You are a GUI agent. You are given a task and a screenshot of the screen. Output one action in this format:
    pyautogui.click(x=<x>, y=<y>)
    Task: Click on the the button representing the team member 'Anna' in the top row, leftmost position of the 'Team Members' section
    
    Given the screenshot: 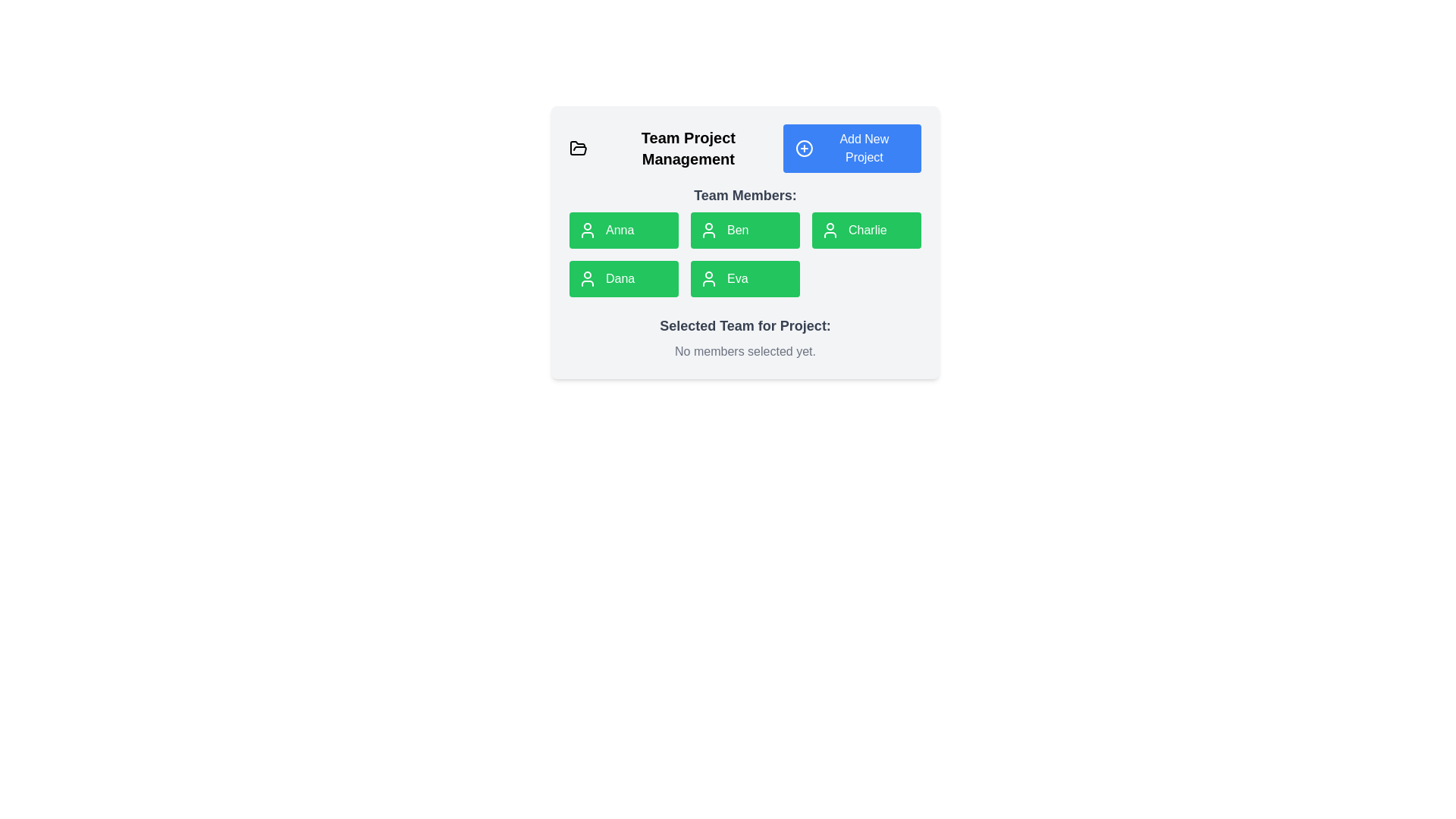 What is the action you would take?
    pyautogui.click(x=623, y=231)
    